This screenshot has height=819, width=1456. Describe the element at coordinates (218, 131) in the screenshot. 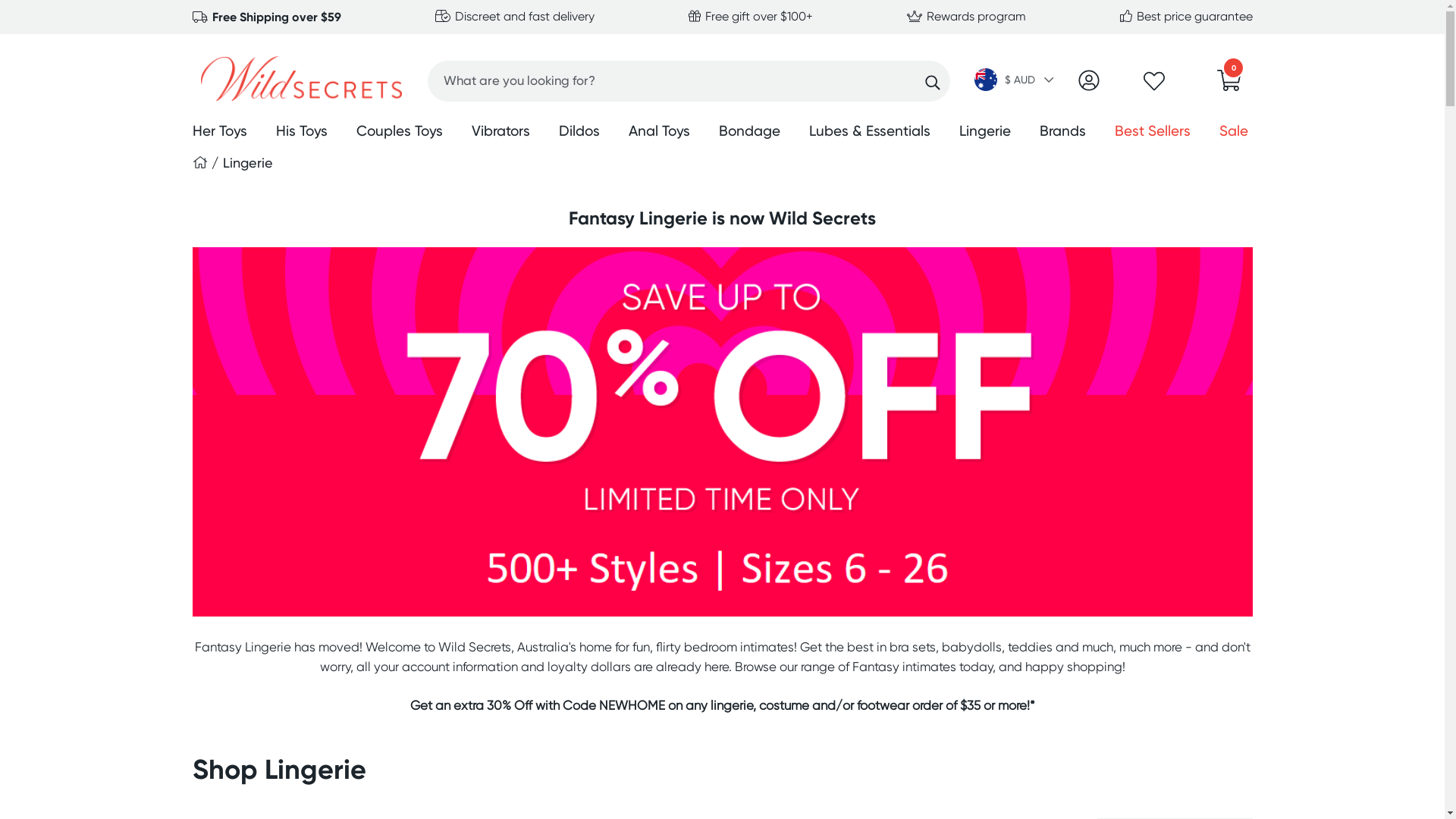

I see `'Her Toys'` at that location.